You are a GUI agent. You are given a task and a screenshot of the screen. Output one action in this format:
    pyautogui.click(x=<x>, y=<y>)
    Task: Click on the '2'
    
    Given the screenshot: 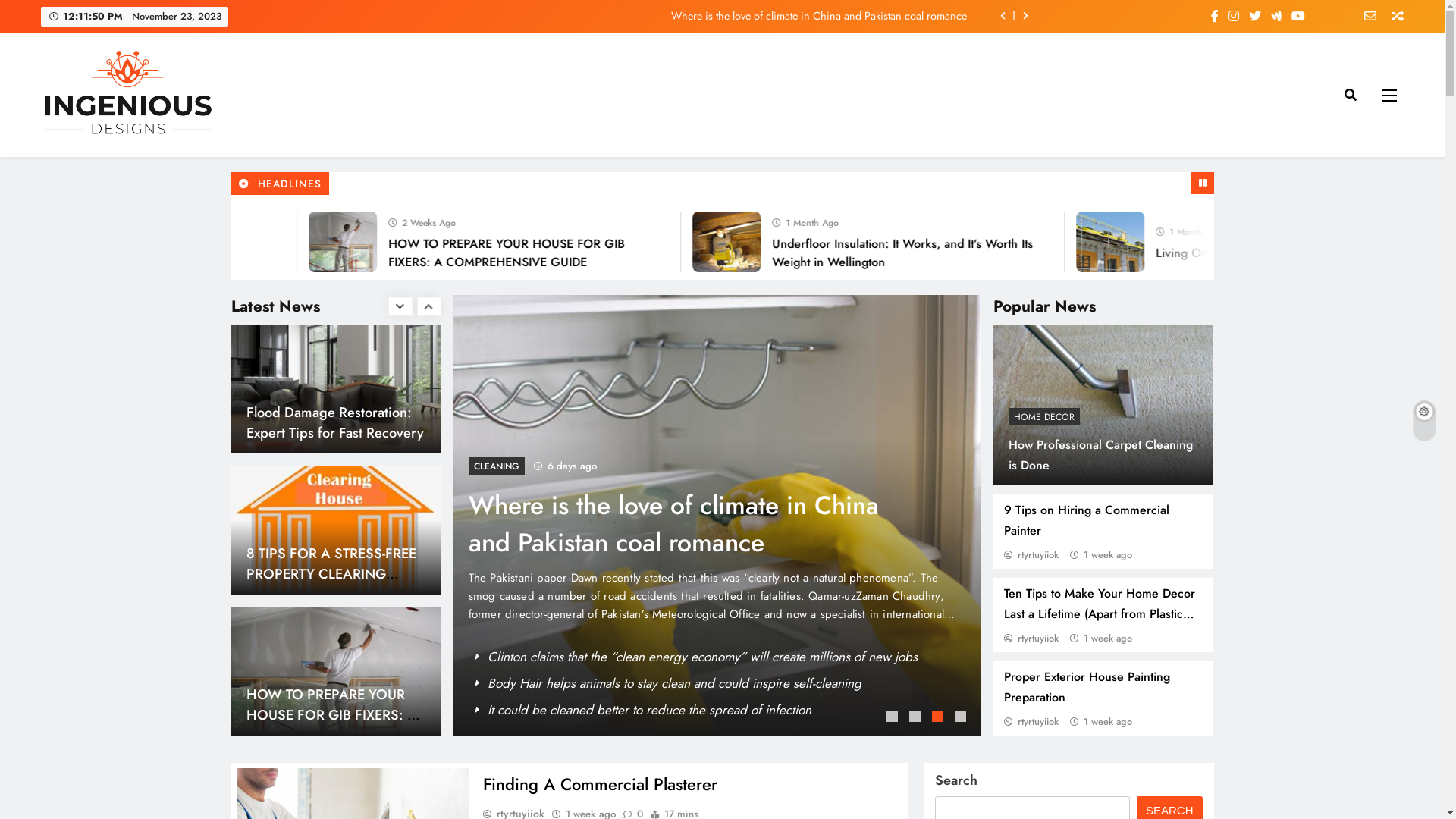 What is the action you would take?
    pyautogui.click(x=916, y=717)
    